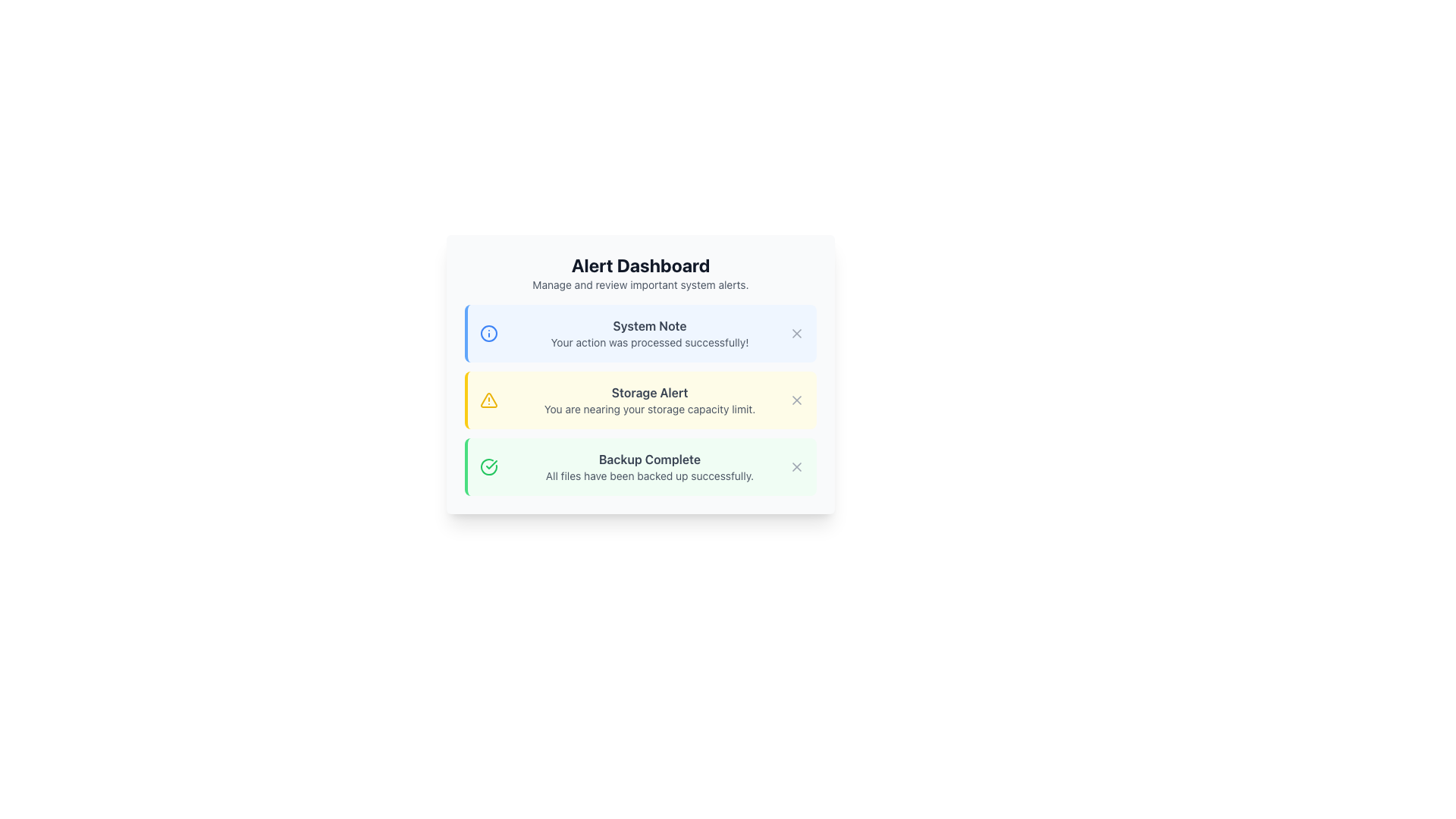 The image size is (1456, 819). What do you see at coordinates (640, 271) in the screenshot?
I see `text from the Text Block containing the title 'Alert Dashboard' and the subtitle 'Manage and review important system alerts.'` at bounding box center [640, 271].